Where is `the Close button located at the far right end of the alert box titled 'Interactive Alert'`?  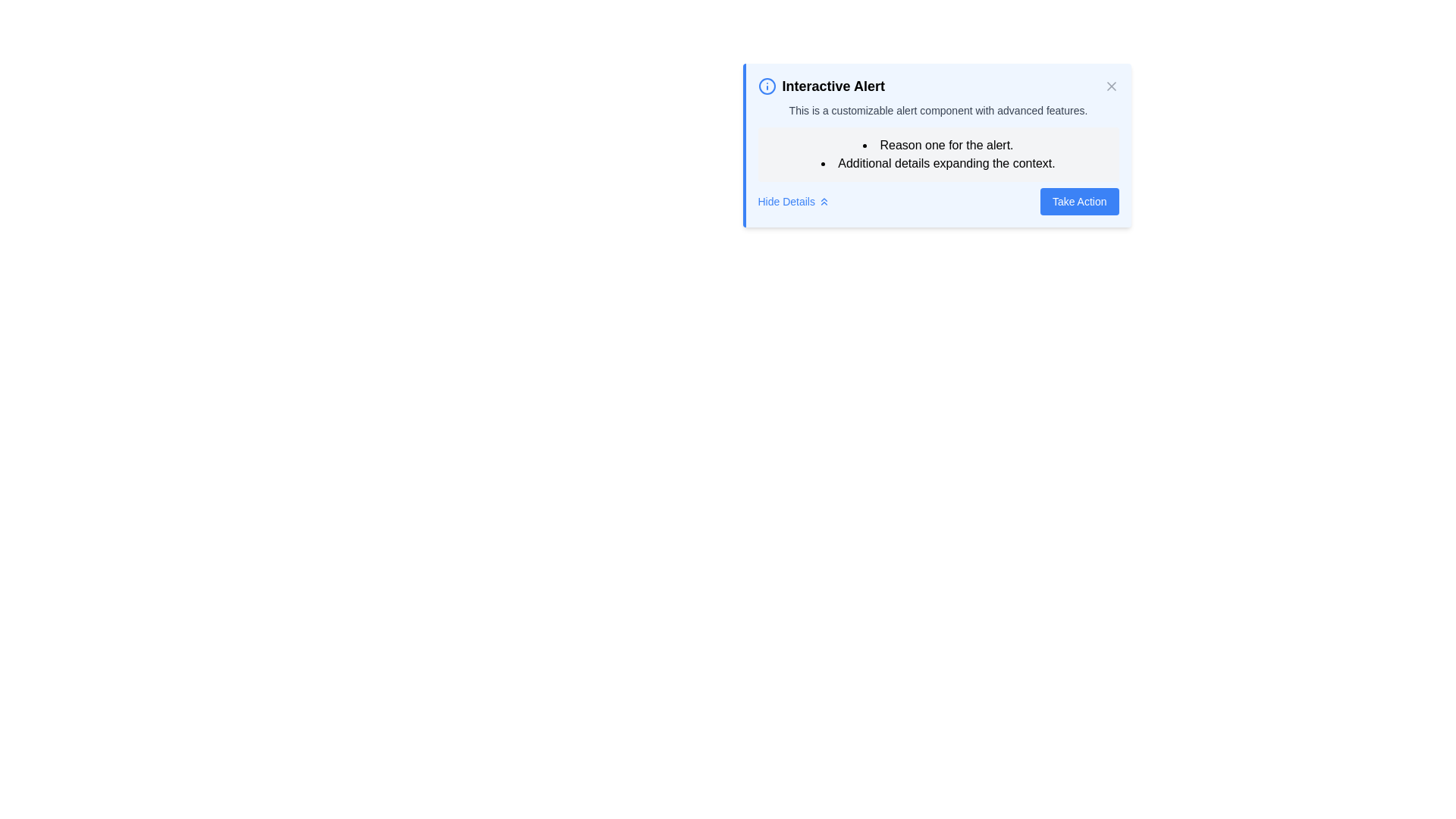
the Close button located at the far right end of the alert box titled 'Interactive Alert' is located at coordinates (1111, 86).